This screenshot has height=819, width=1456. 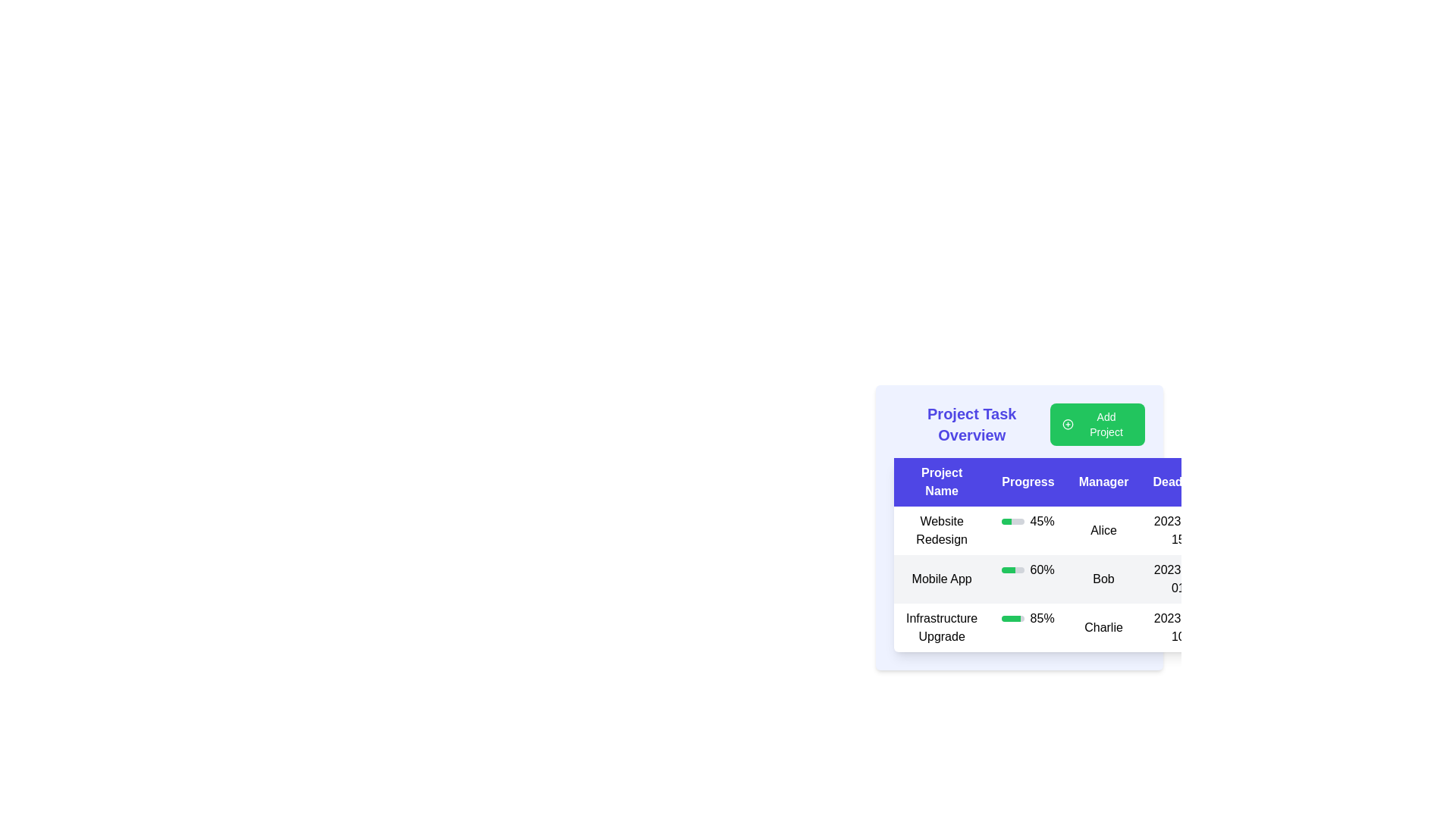 I want to click on the horizontal progress bar in the 'Progress' column of the table row labeled 'Mobile App', which has a grey background and a green section representing 60% progress, so click(x=1012, y=570).